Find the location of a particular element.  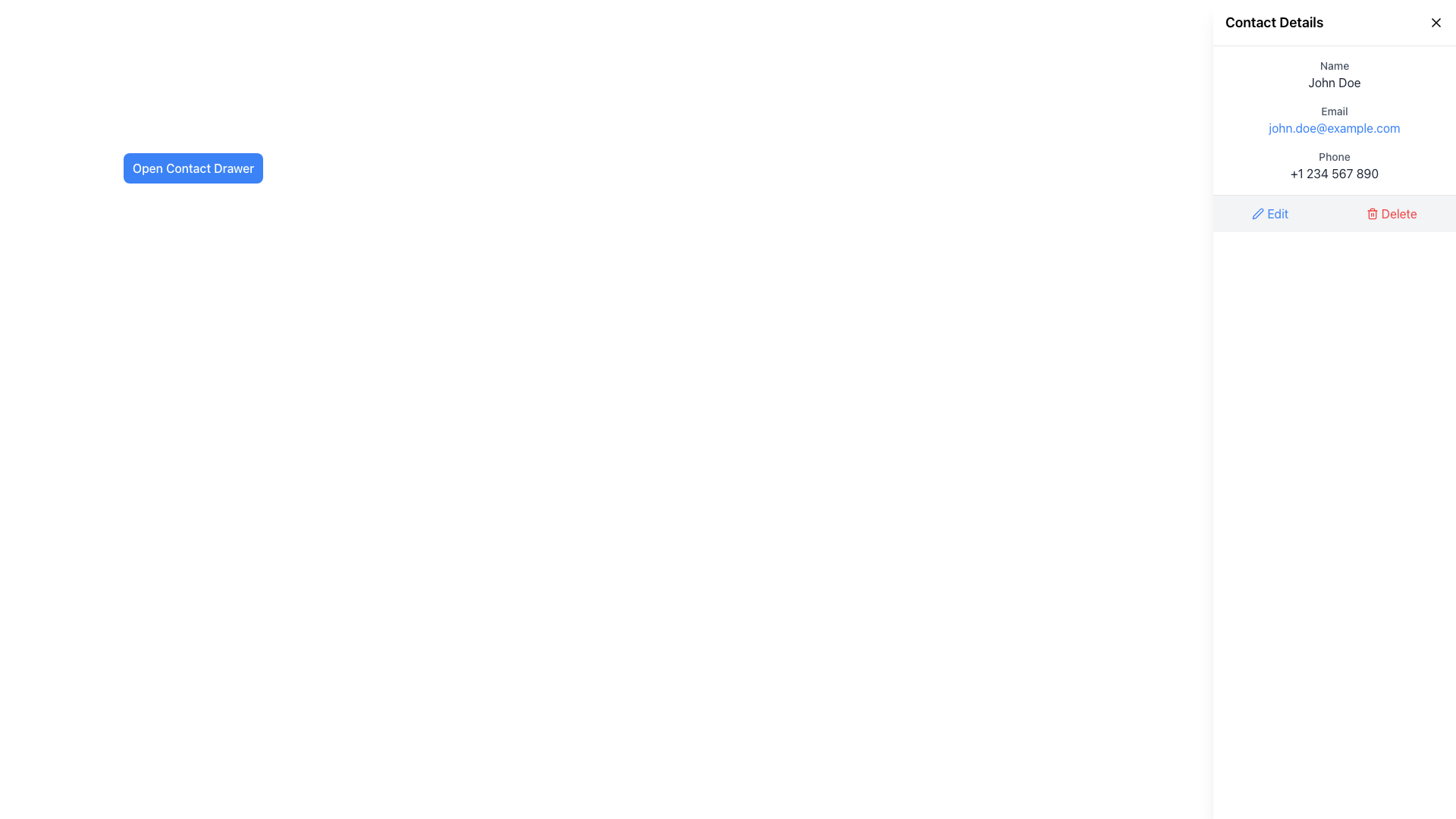

the text label that serves as the heading for the contact's name, located above 'John Doe' in the contact details card is located at coordinates (1335, 65).